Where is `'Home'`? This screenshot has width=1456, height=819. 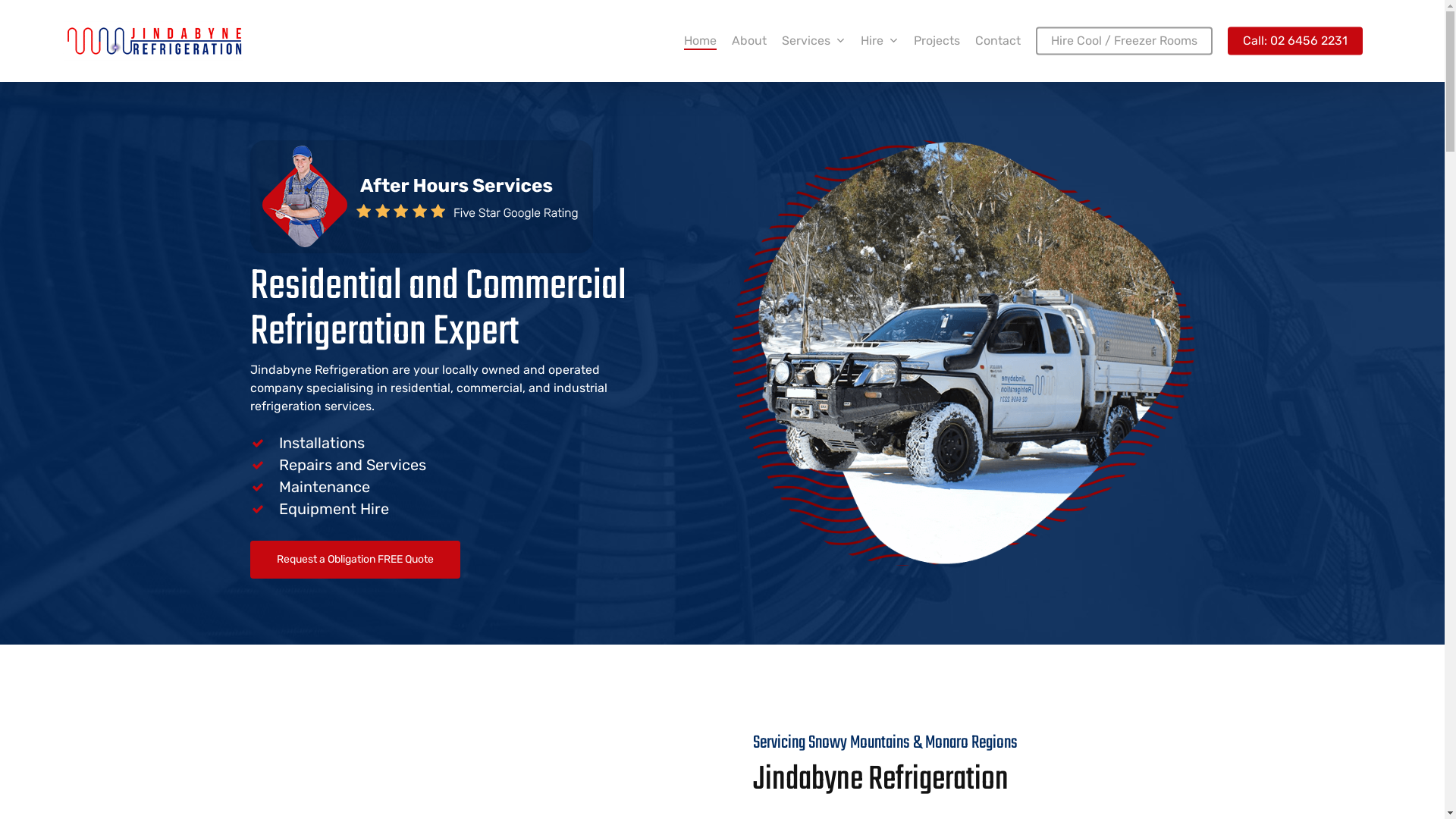 'Home' is located at coordinates (683, 40).